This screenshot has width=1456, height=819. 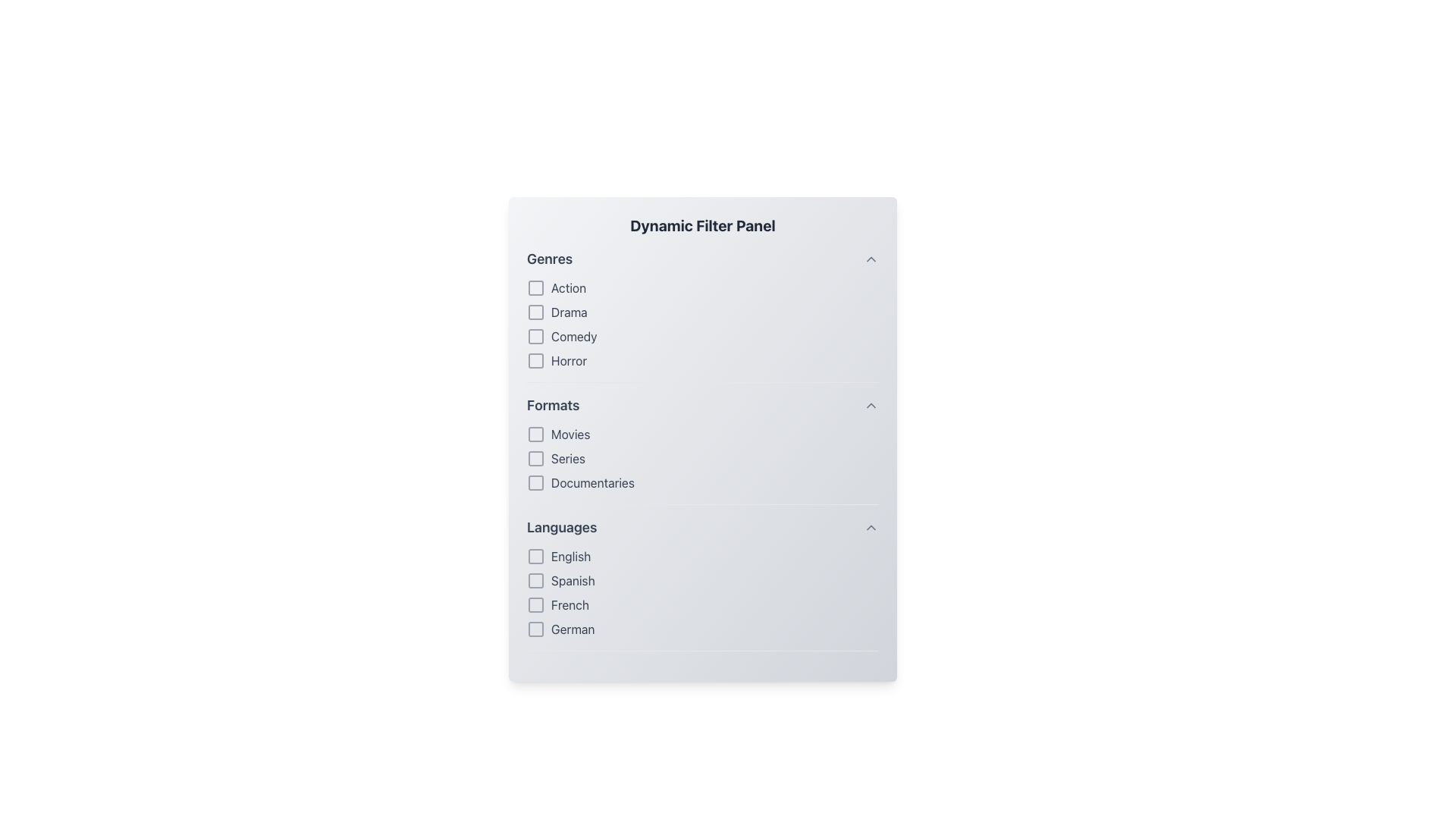 What do you see at coordinates (701, 312) in the screenshot?
I see `the checkbox for the 'Drama' option located in the 'Genres' section of the 'Dynamic Filter Panel'` at bounding box center [701, 312].